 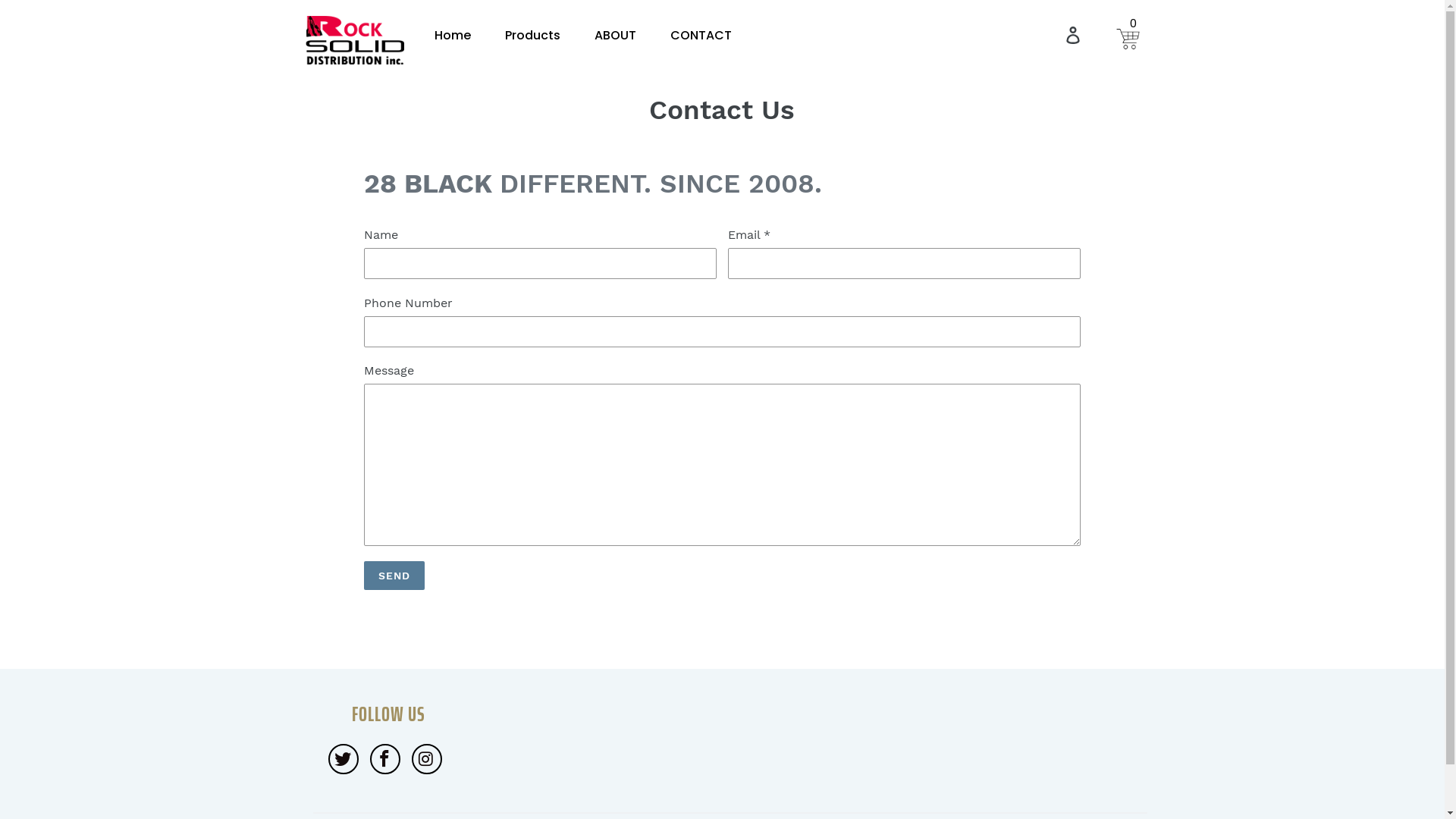 What do you see at coordinates (394, 576) in the screenshot?
I see `'Send'` at bounding box center [394, 576].